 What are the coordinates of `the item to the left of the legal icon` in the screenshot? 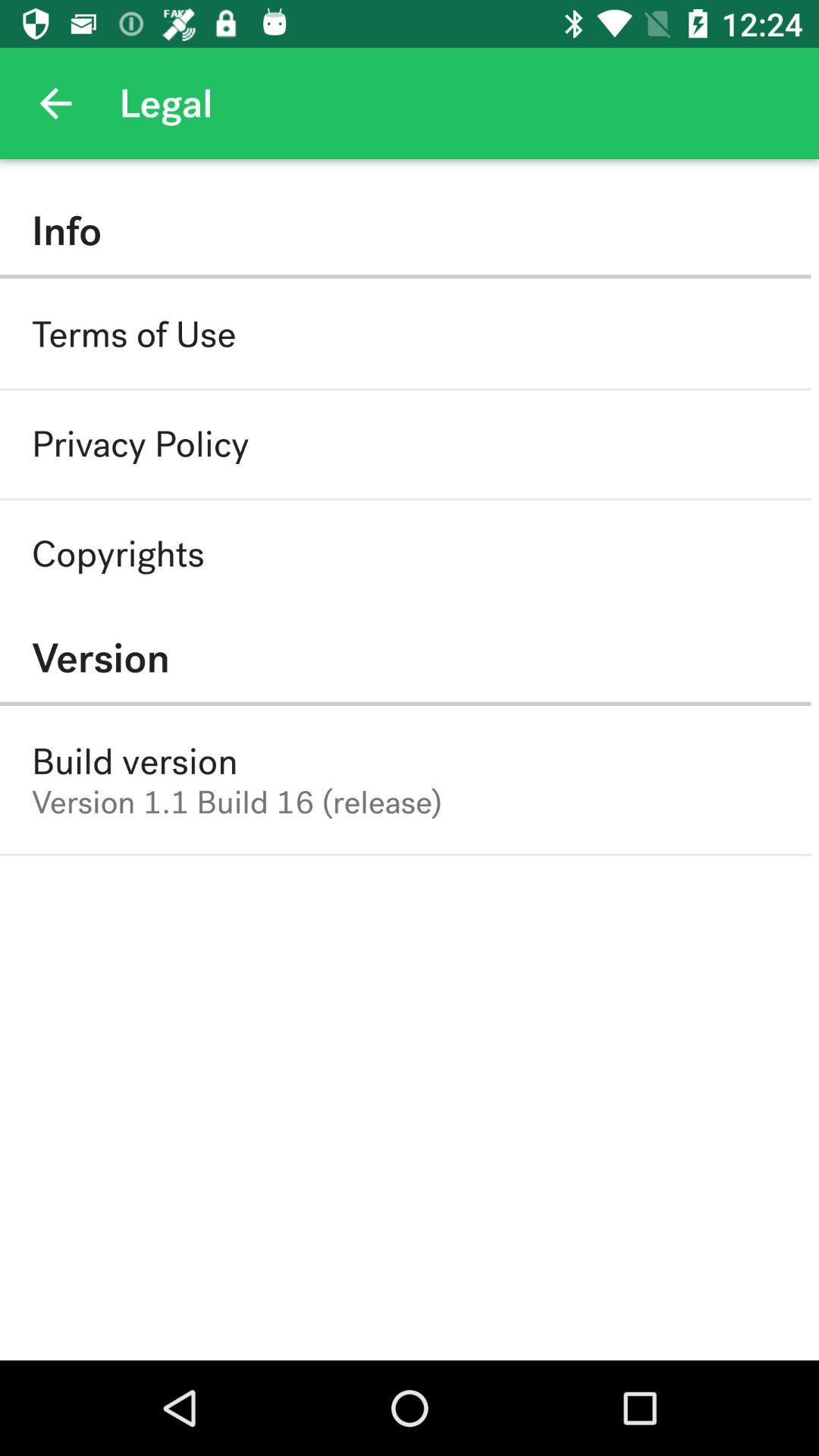 It's located at (55, 102).